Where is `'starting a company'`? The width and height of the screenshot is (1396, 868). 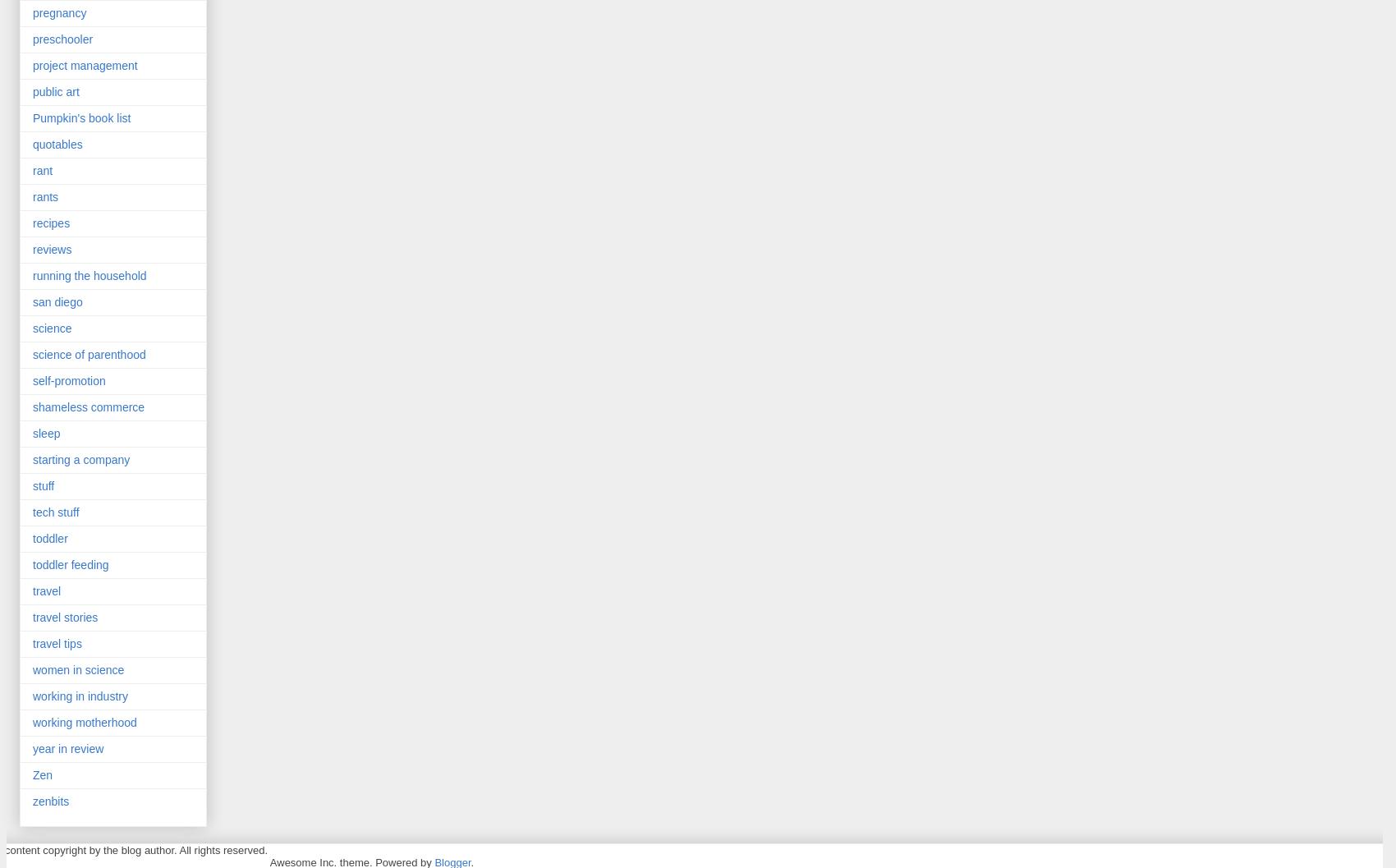
'starting a company' is located at coordinates (80, 458).